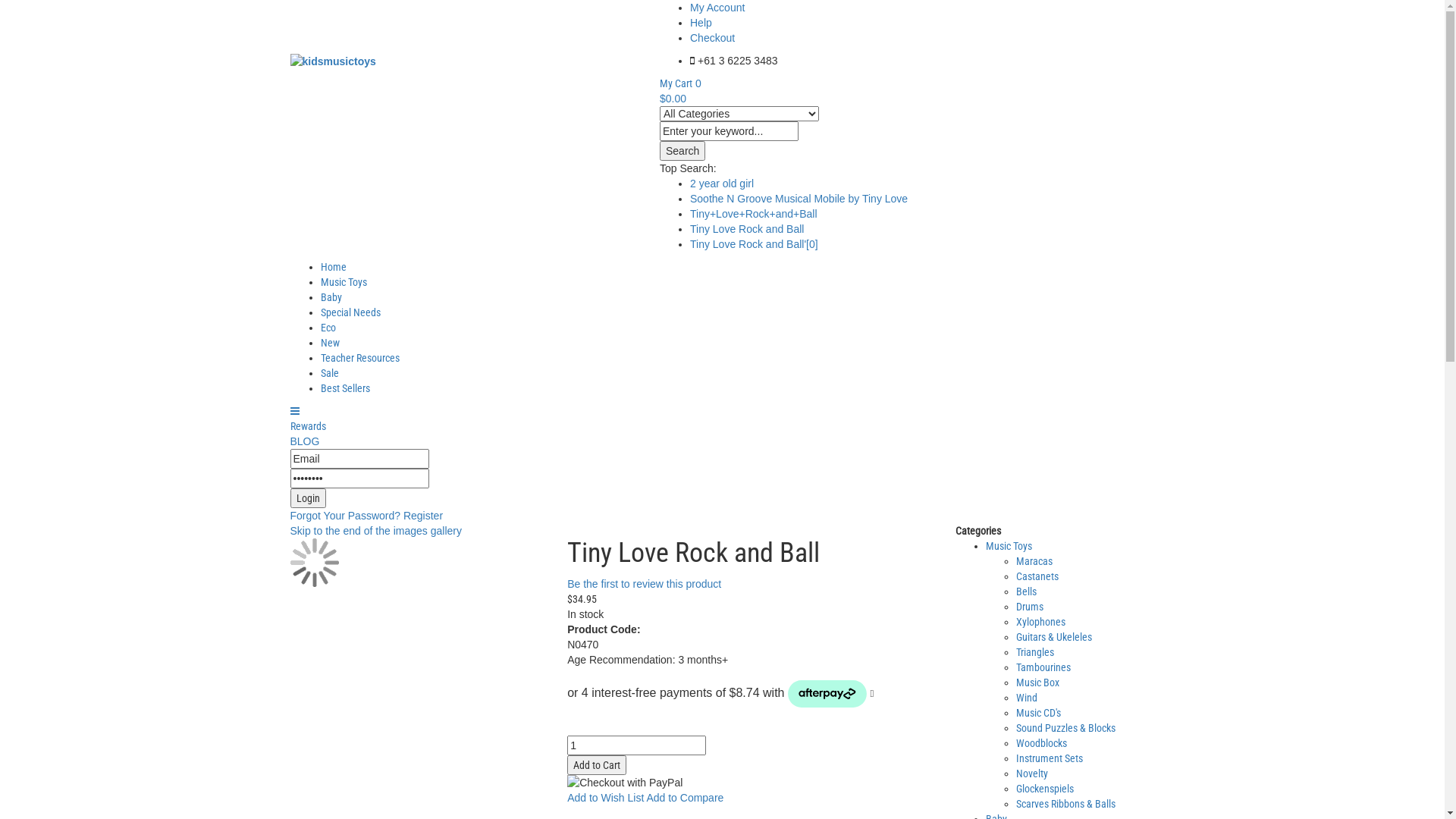 Image resolution: width=1456 pixels, height=819 pixels. Describe the element at coordinates (344, 514) in the screenshot. I see `'Forgot Your Password?'` at that location.